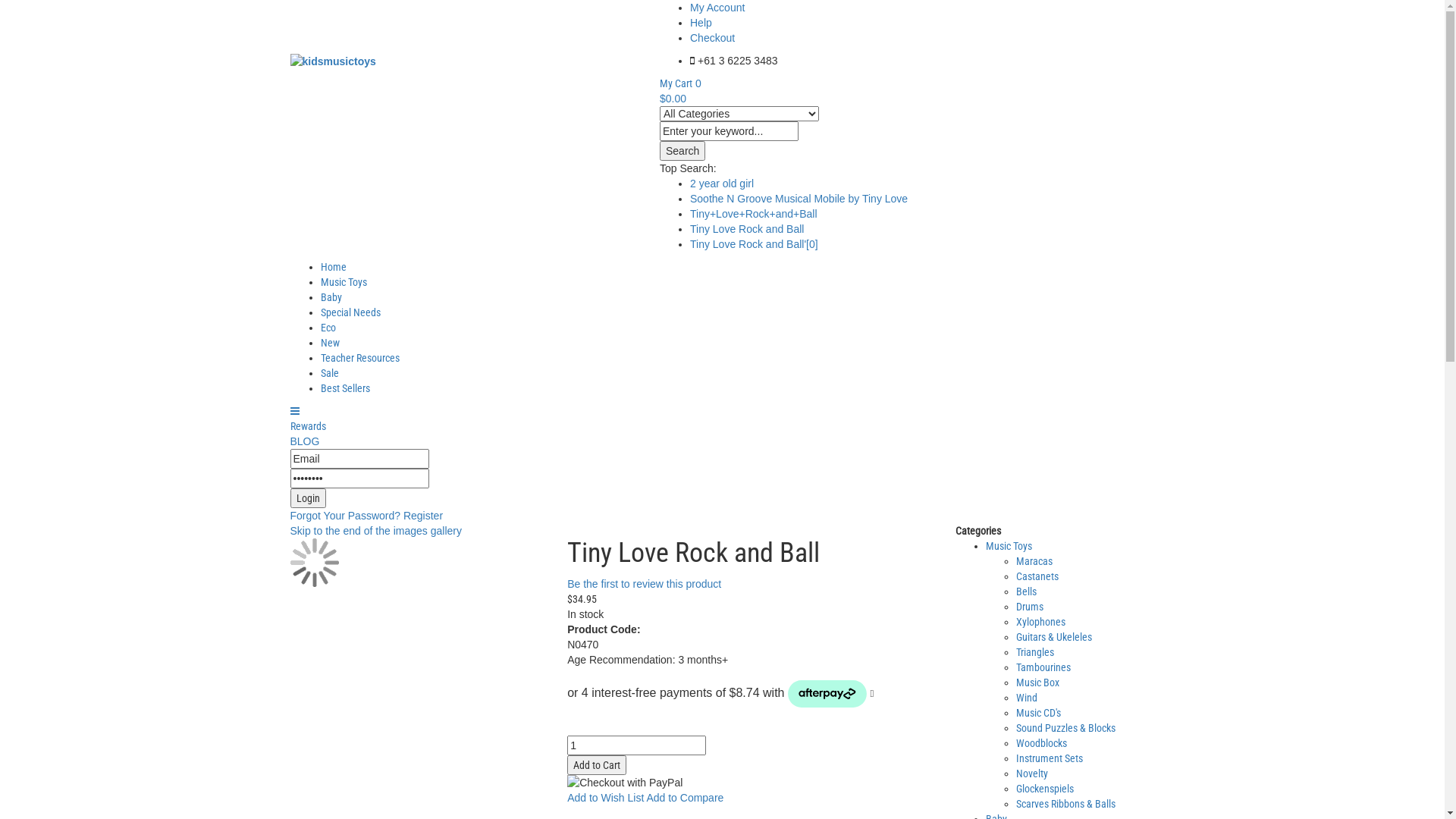 Image resolution: width=1456 pixels, height=819 pixels. Describe the element at coordinates (344, 514) in the screenshot. I see `'Forgot Your Password?'` at that location.